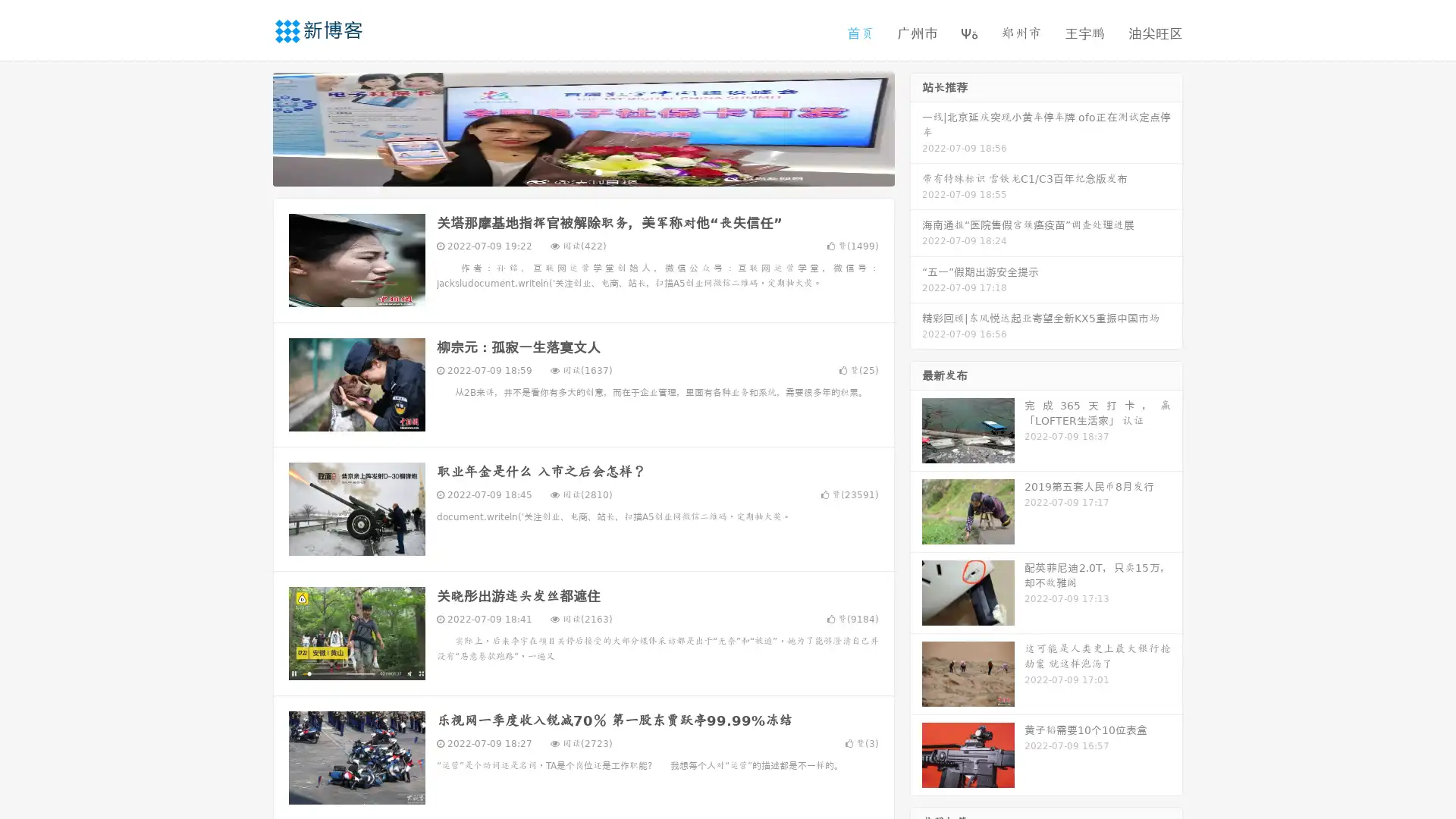 The image size is (1456, 819). I want to click on Go to slide 3, so click(598, 171).